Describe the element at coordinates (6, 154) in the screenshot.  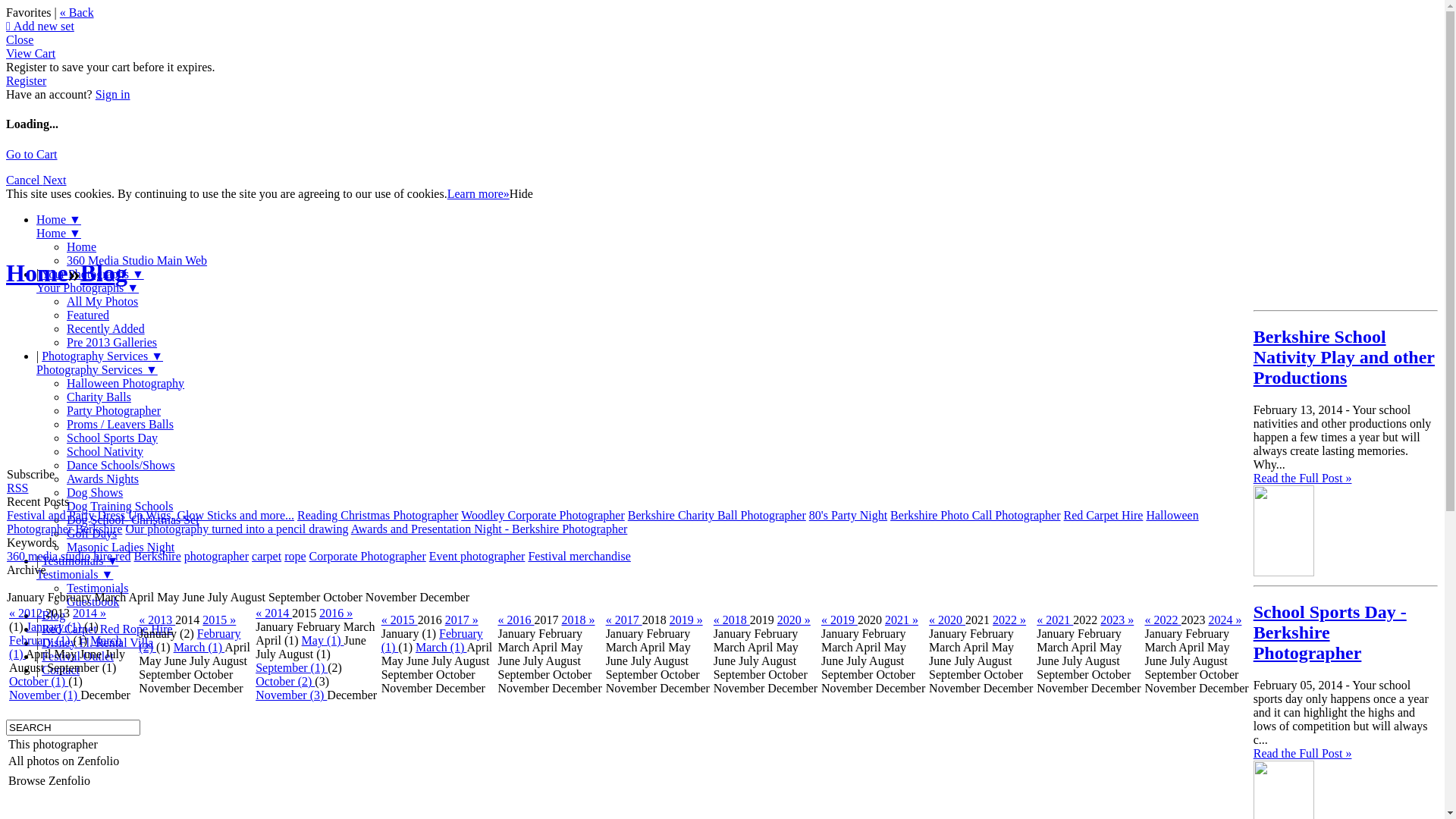
I see `'Go to Cart'` at that location.